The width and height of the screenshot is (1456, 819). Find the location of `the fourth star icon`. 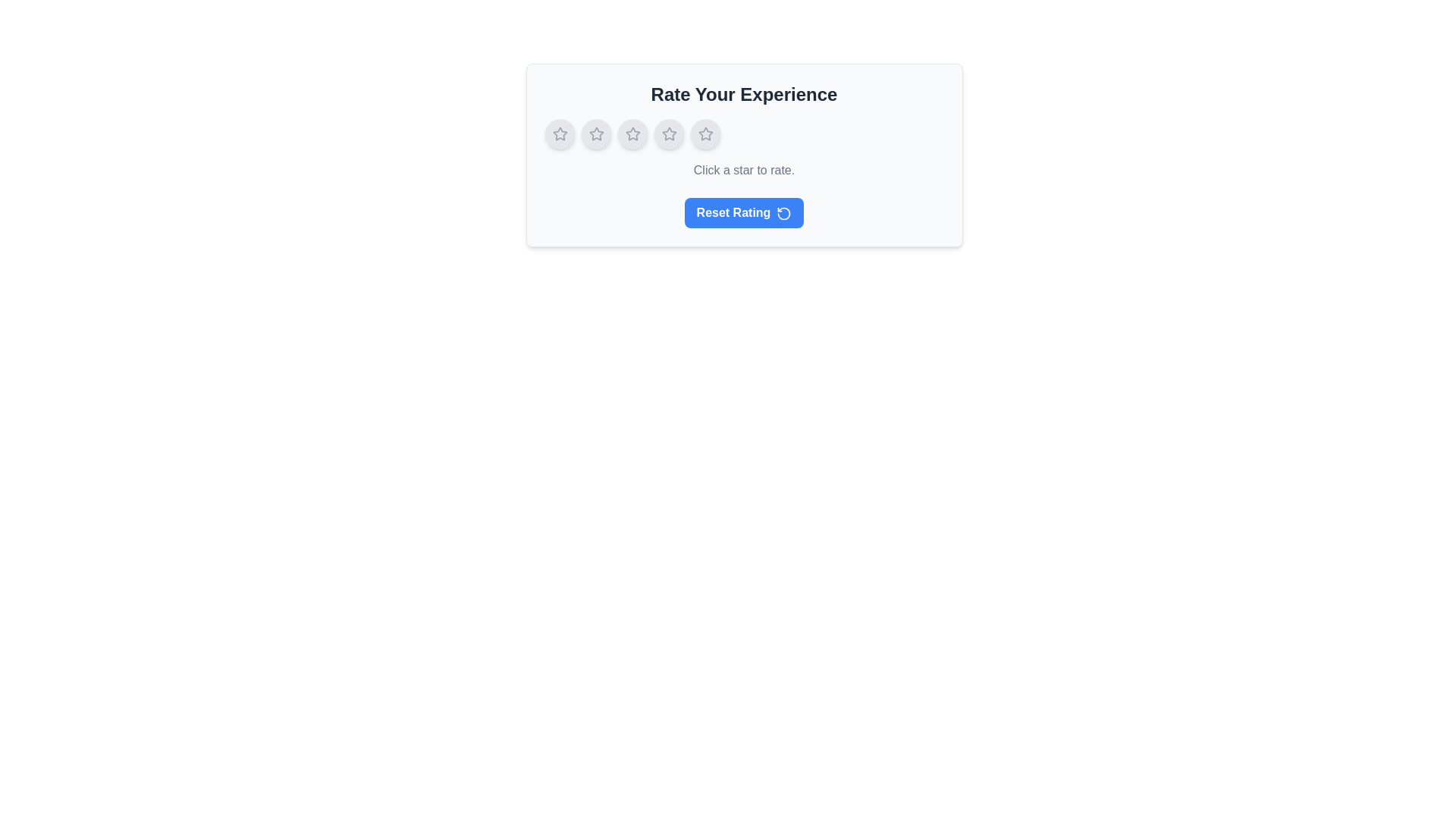

the fourth star icon is located at coordinates (704, 133).